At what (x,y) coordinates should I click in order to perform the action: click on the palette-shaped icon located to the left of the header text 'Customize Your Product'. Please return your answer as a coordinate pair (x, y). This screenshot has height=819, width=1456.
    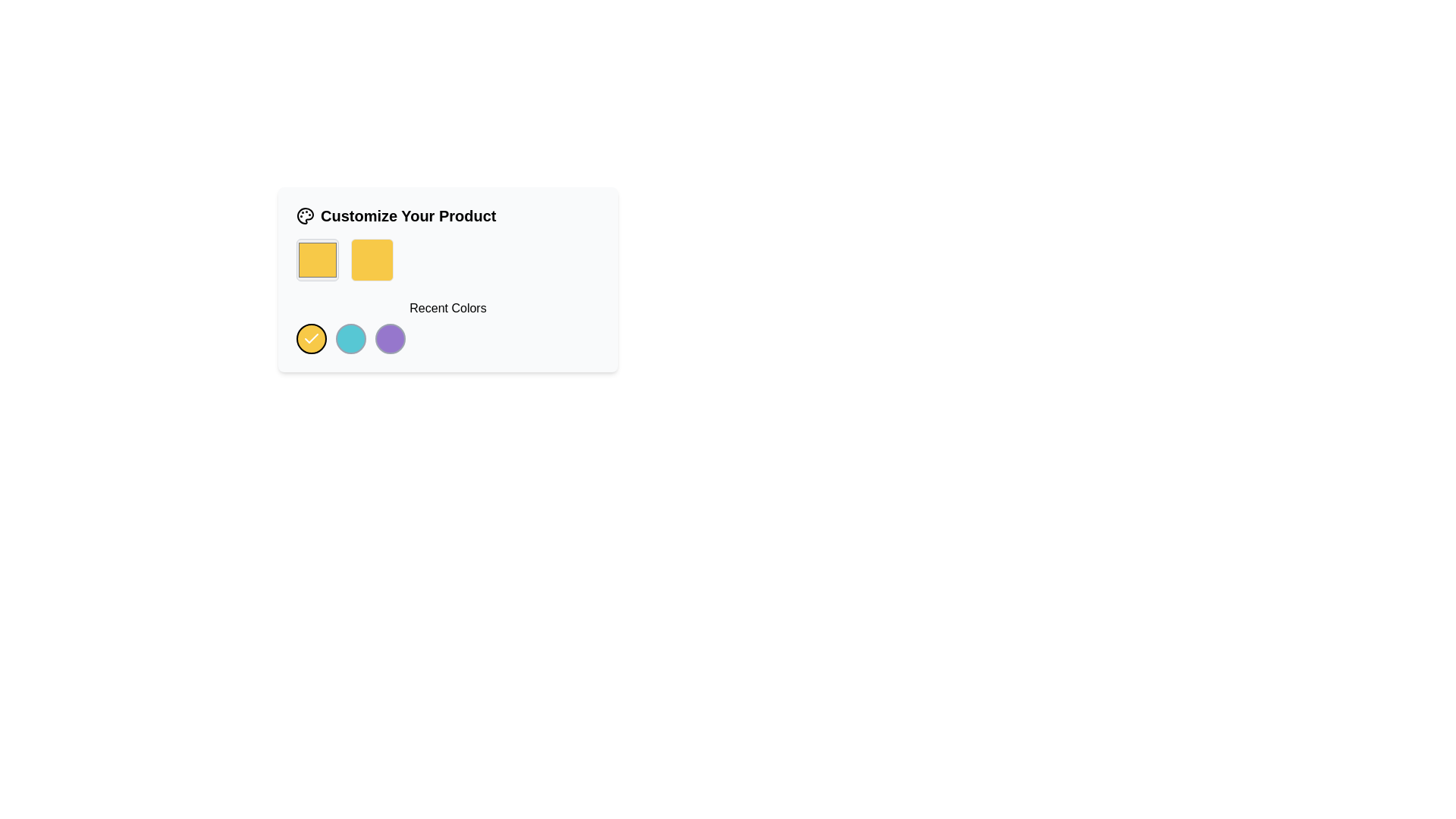
    Looking at the image, I should click on (305, 216).